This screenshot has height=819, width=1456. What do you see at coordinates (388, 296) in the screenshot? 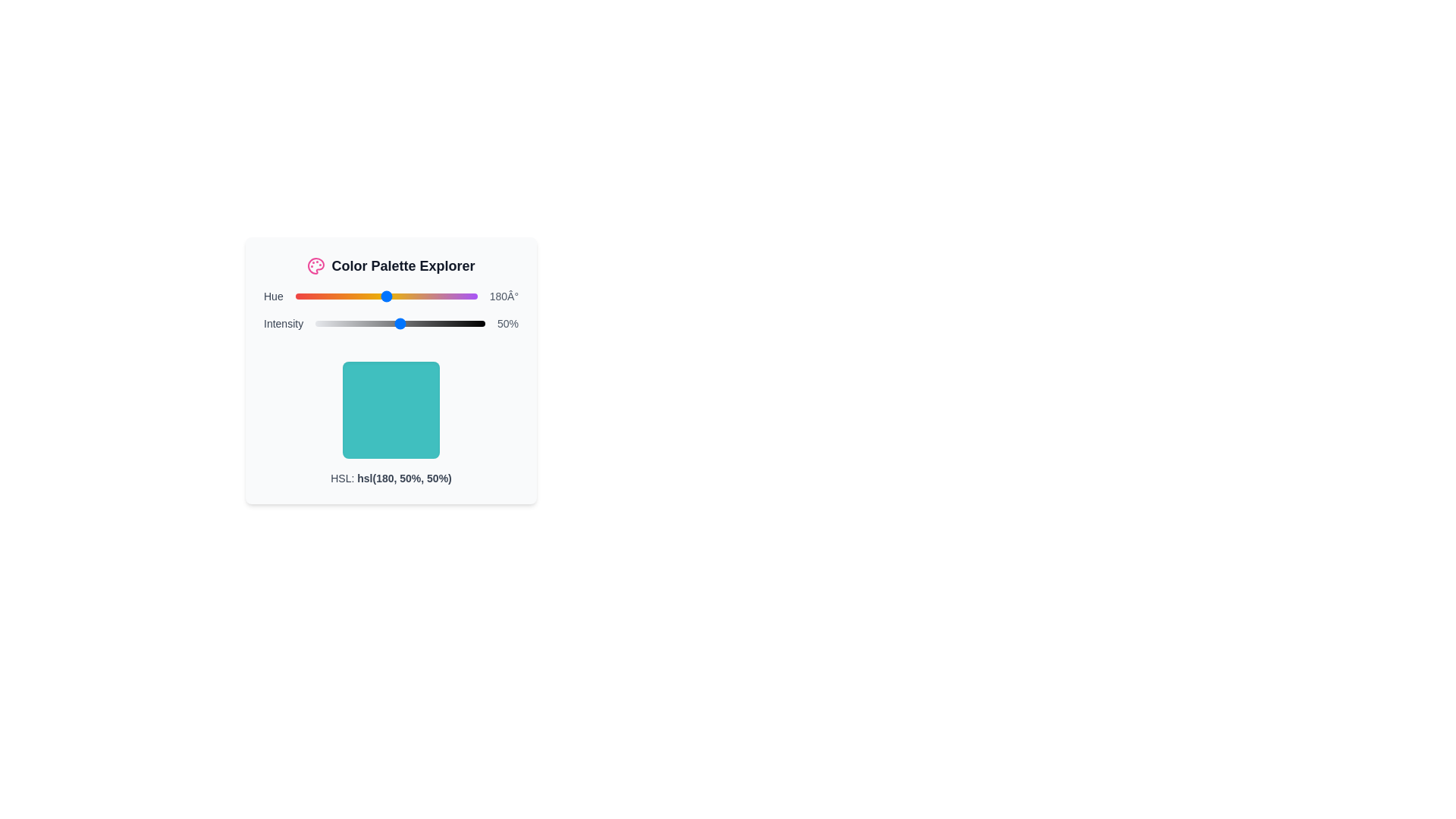
I see `the hue slider to set the hue to 183 degrees` at bounding box center [388, 296].